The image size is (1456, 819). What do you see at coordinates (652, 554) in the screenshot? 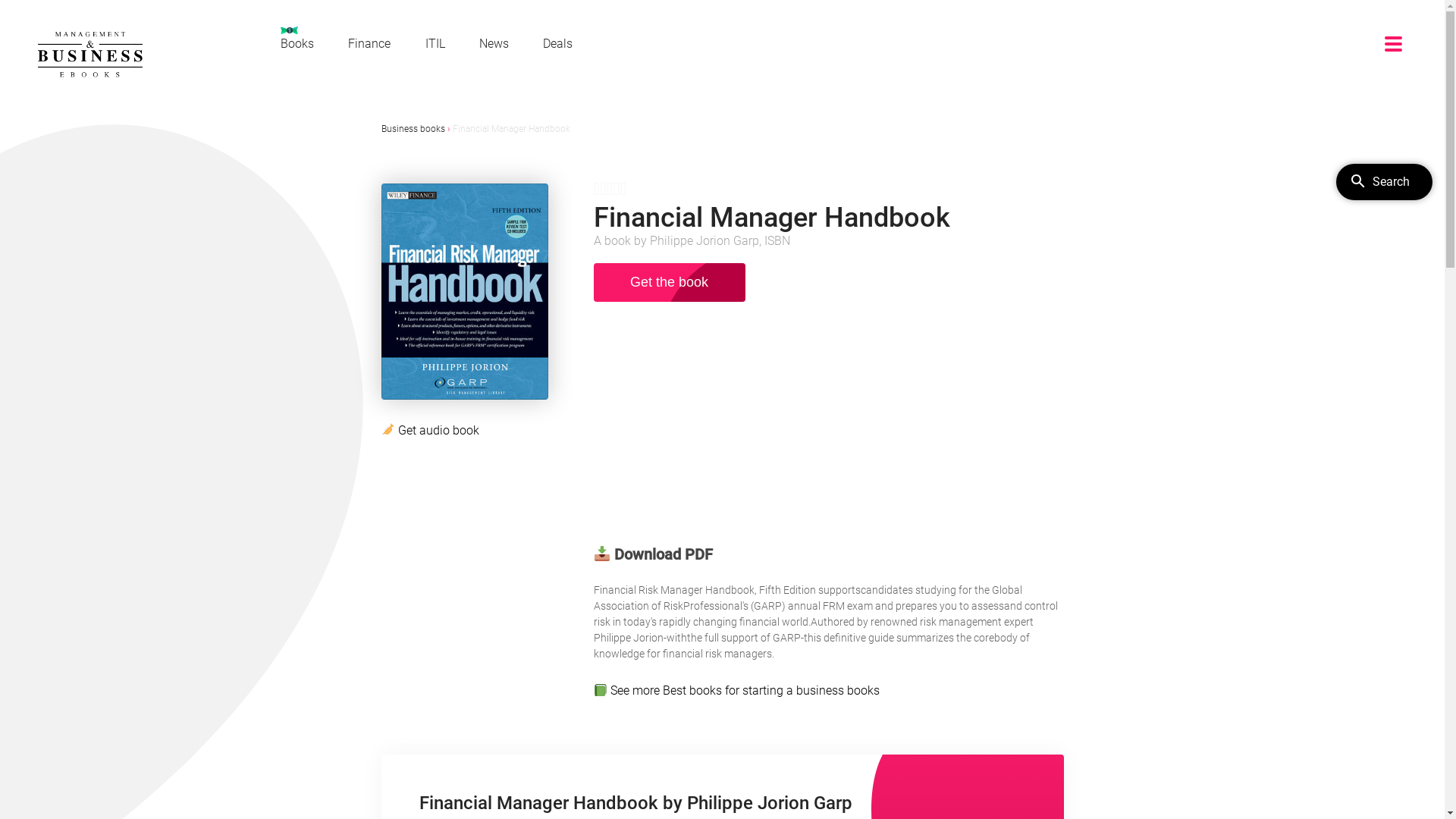
I see `'Download PDF'` at bounding box center [652, 554].